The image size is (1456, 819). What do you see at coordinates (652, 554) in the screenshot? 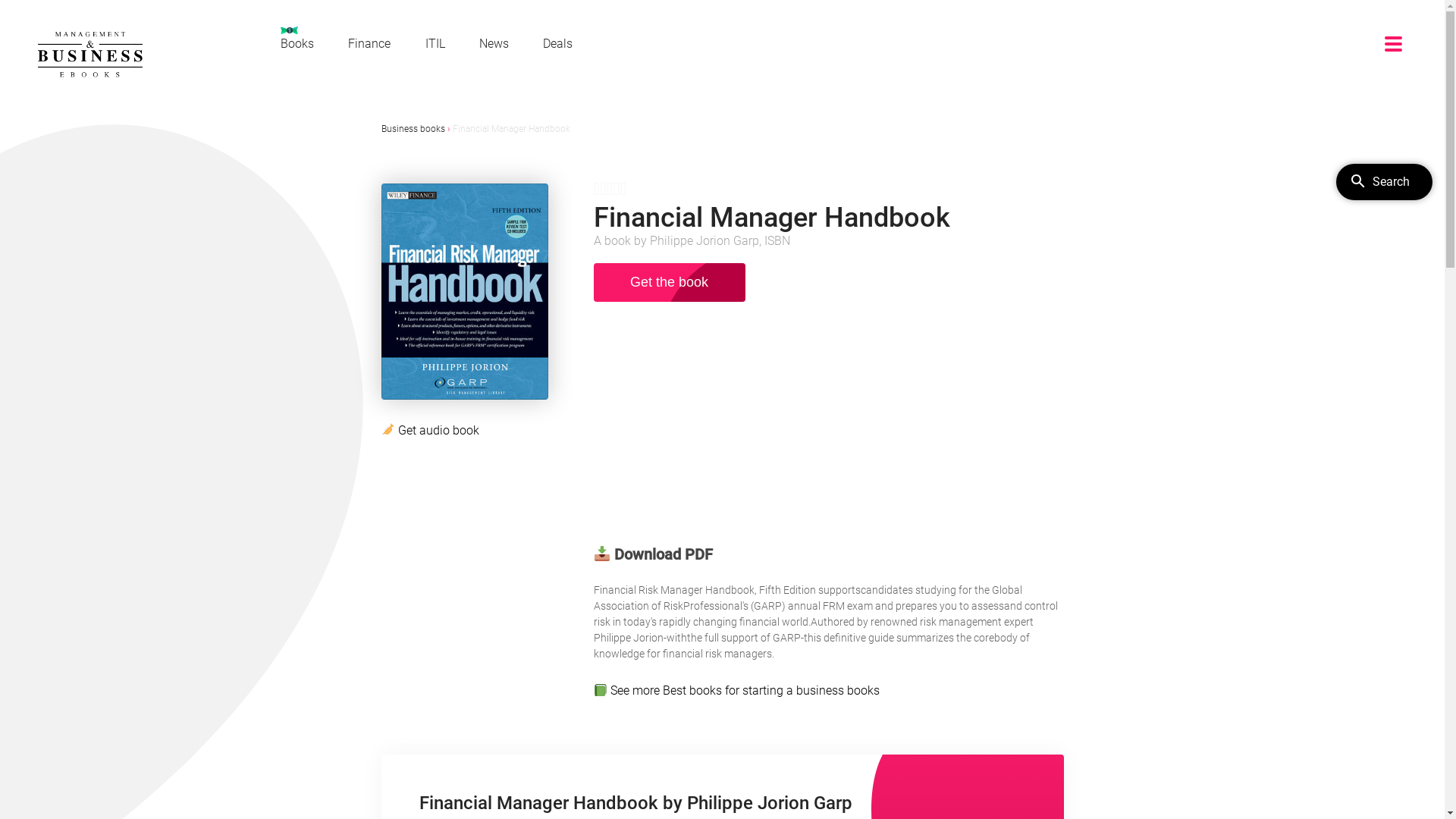
I see `'Download PDF'` at bounding box center [652, 554].